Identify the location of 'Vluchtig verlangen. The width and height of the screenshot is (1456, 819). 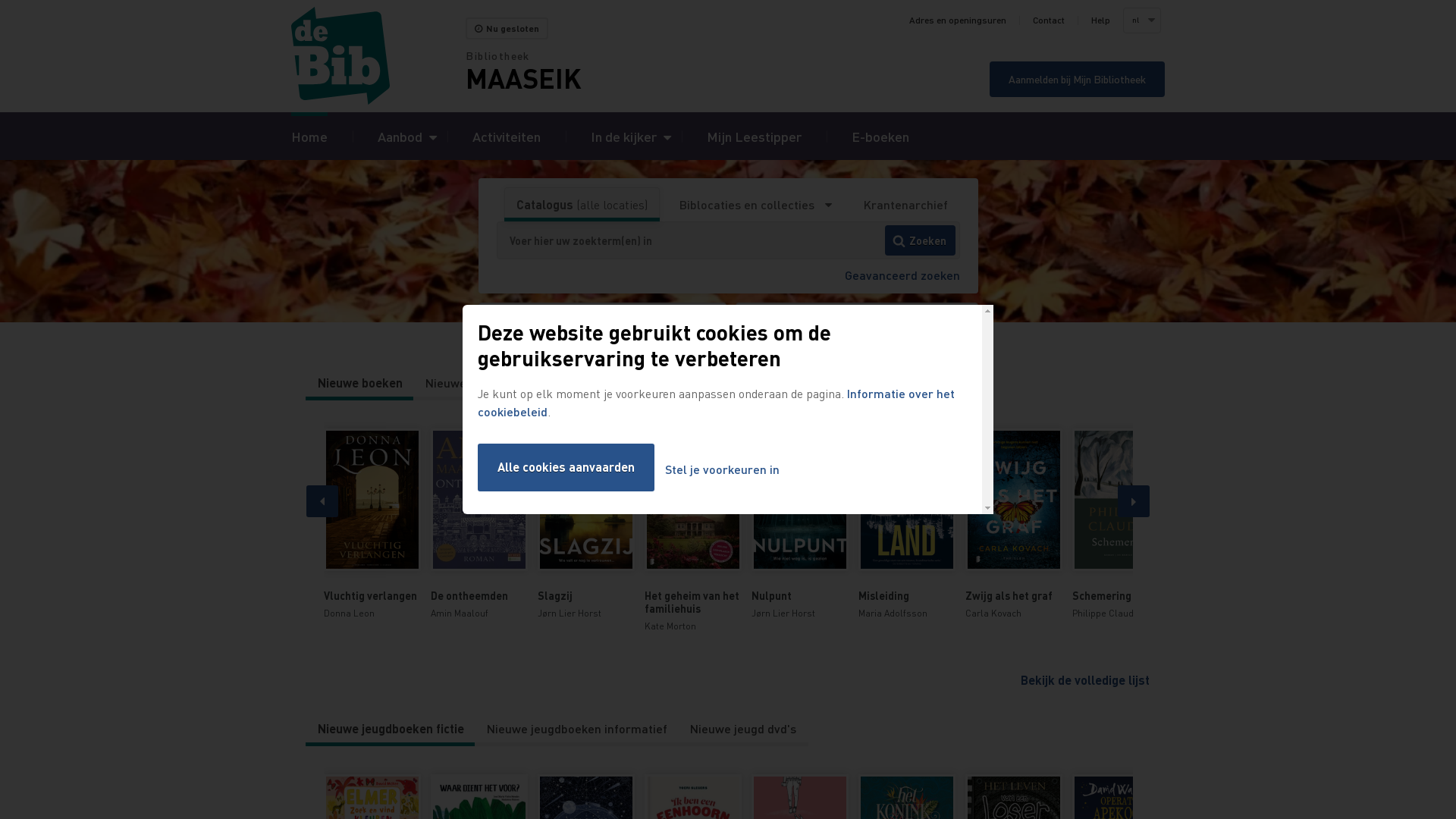
(371, 523).